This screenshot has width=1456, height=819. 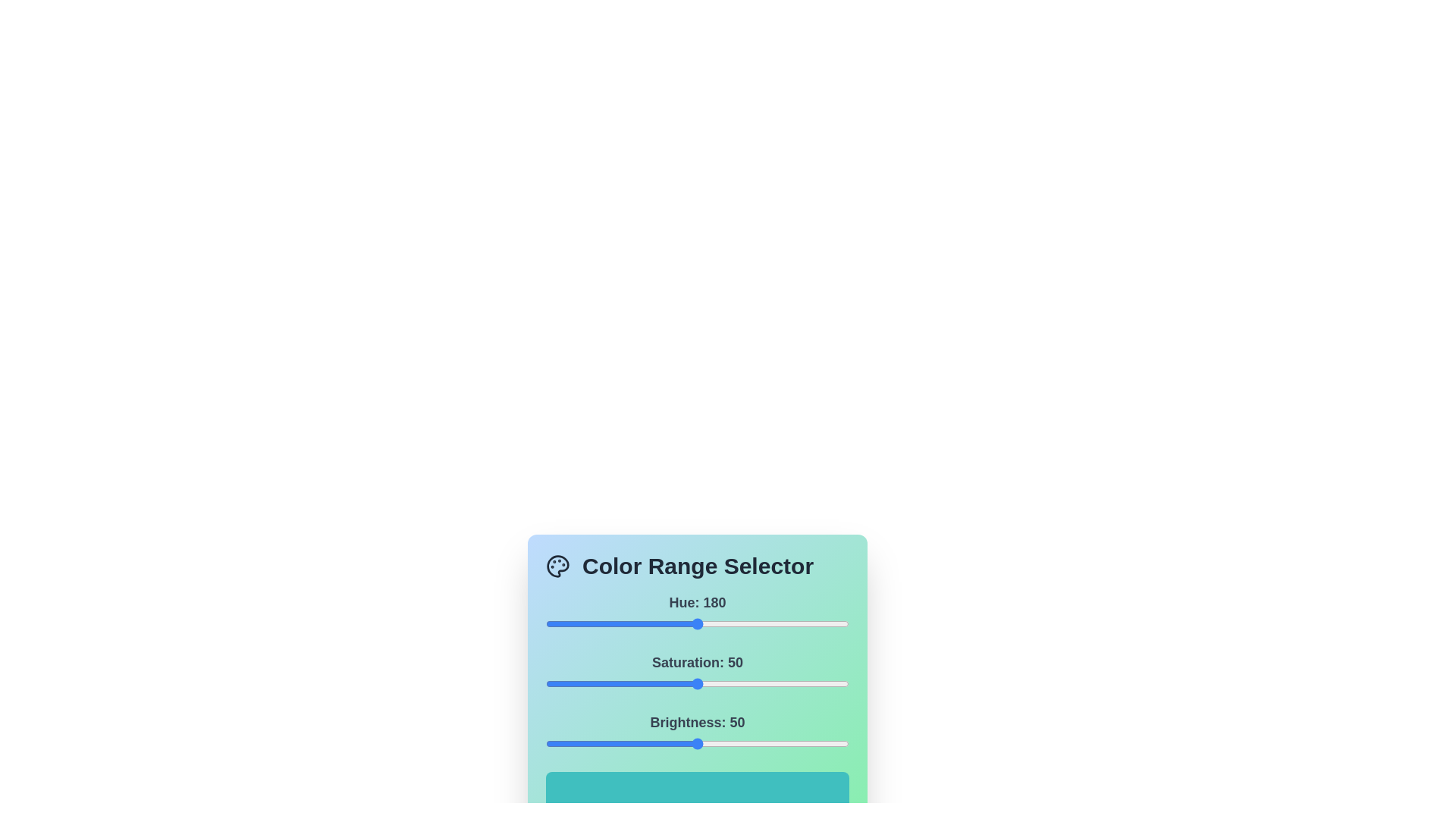 What do you see at coordinates (582, 623) in the screenshot?
I see `the 0 slider to 45` at bounding box center [582, 623].